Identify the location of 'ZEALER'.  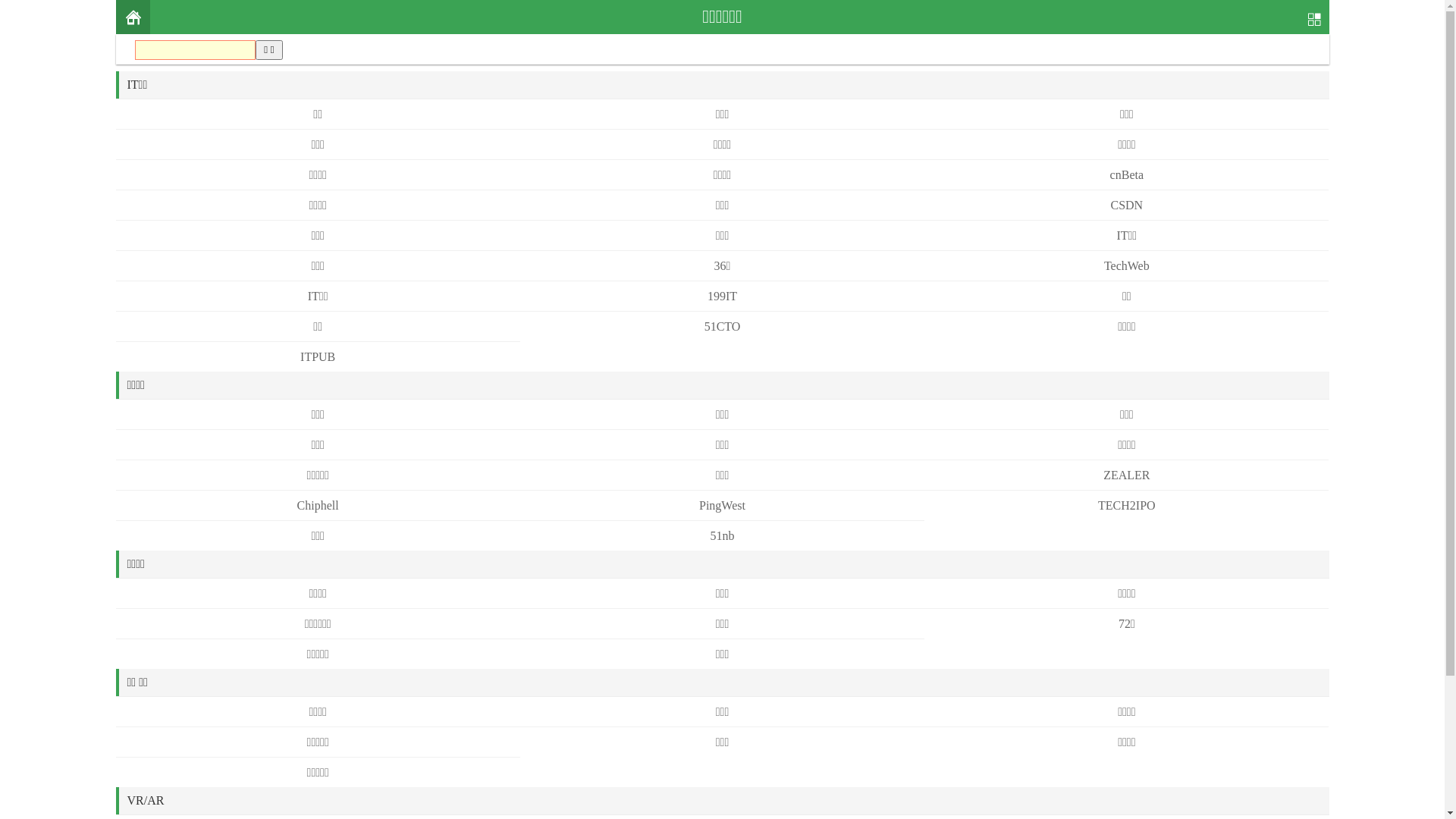
(1103, 474).